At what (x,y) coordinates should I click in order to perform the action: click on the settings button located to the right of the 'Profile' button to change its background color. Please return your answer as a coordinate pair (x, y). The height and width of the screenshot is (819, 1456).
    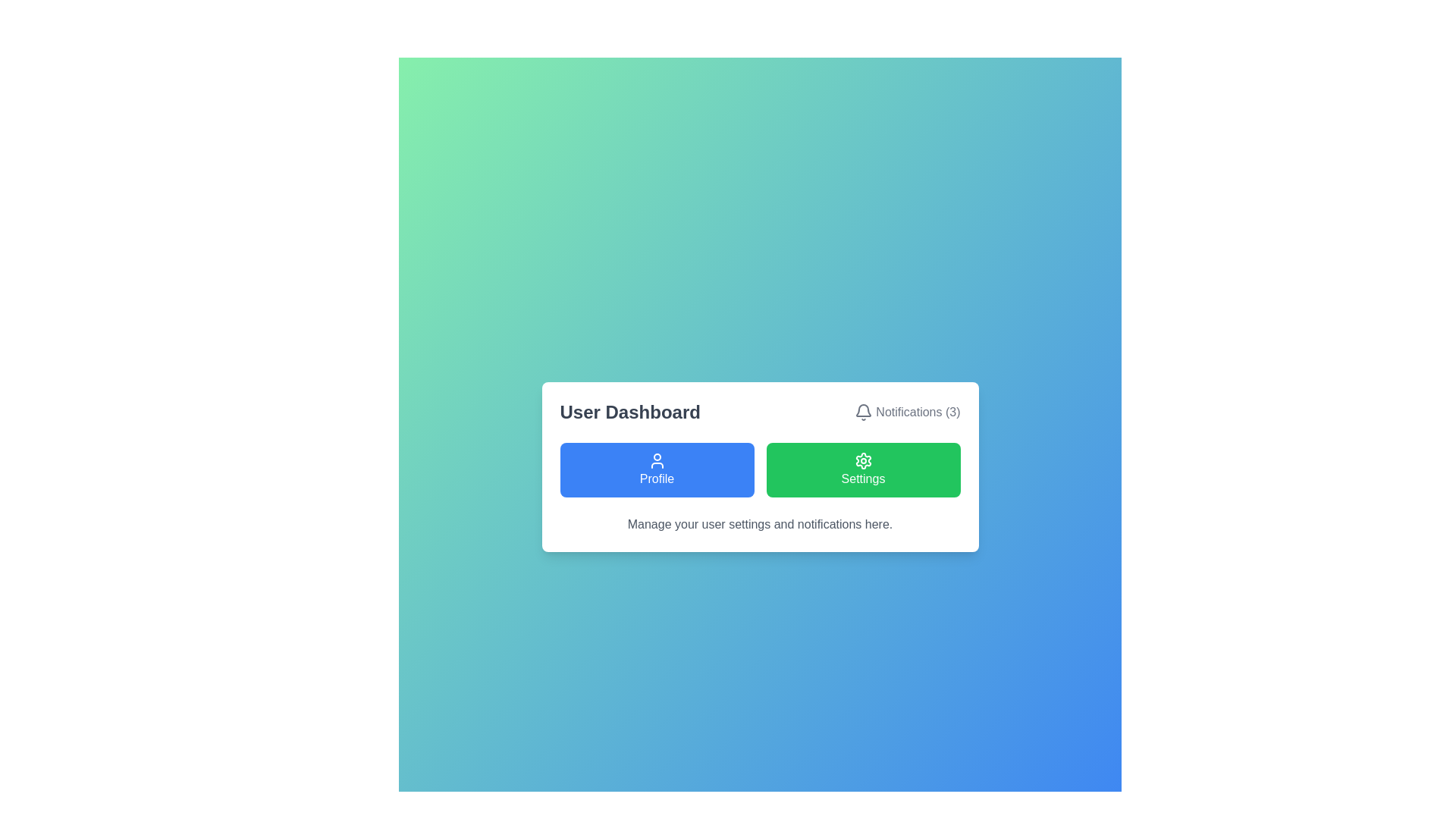
    Looking at the image, I should click on (863, 469).